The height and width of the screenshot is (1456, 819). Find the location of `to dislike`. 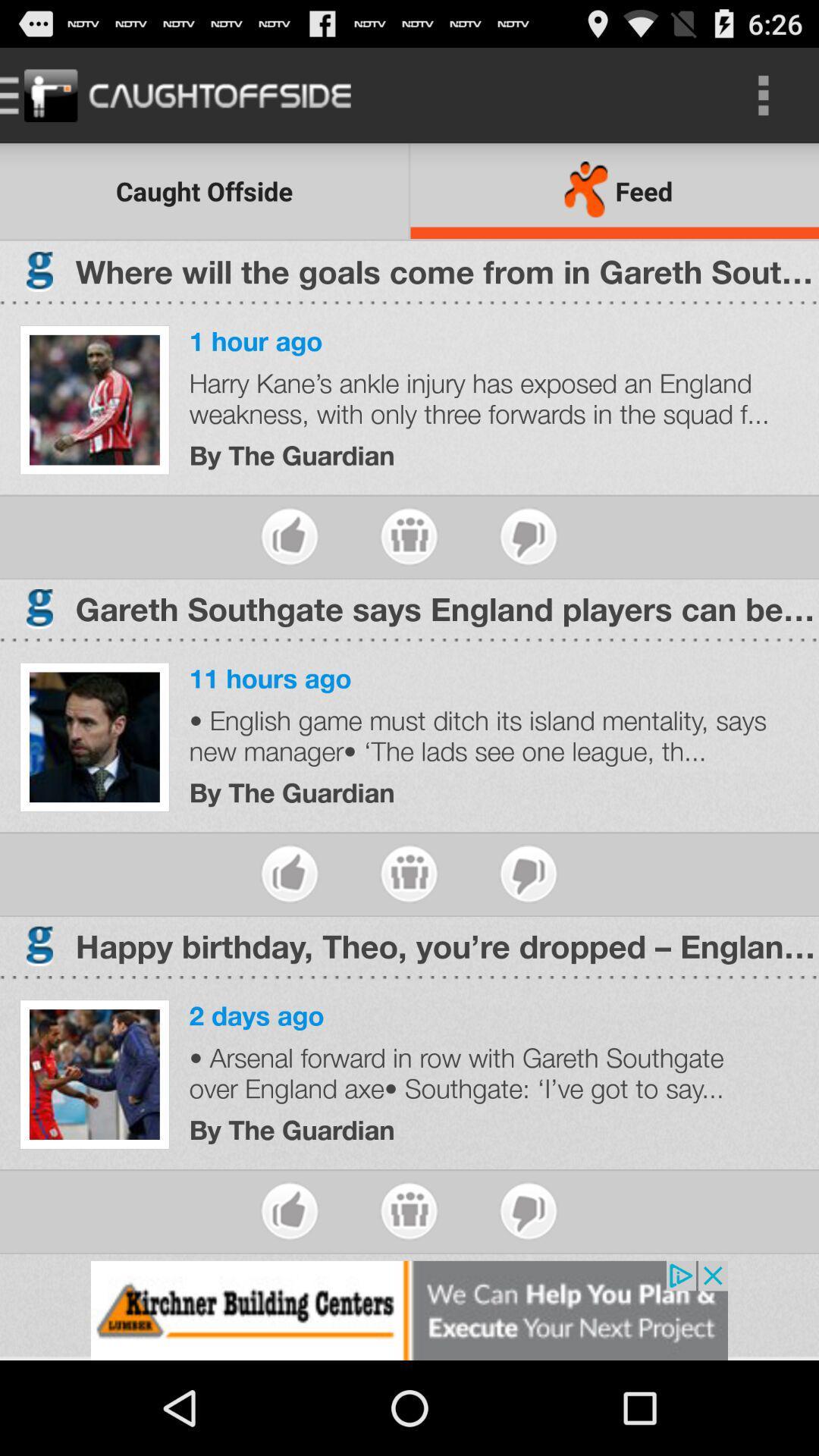

to dislike is located at coordinates (528, 536).